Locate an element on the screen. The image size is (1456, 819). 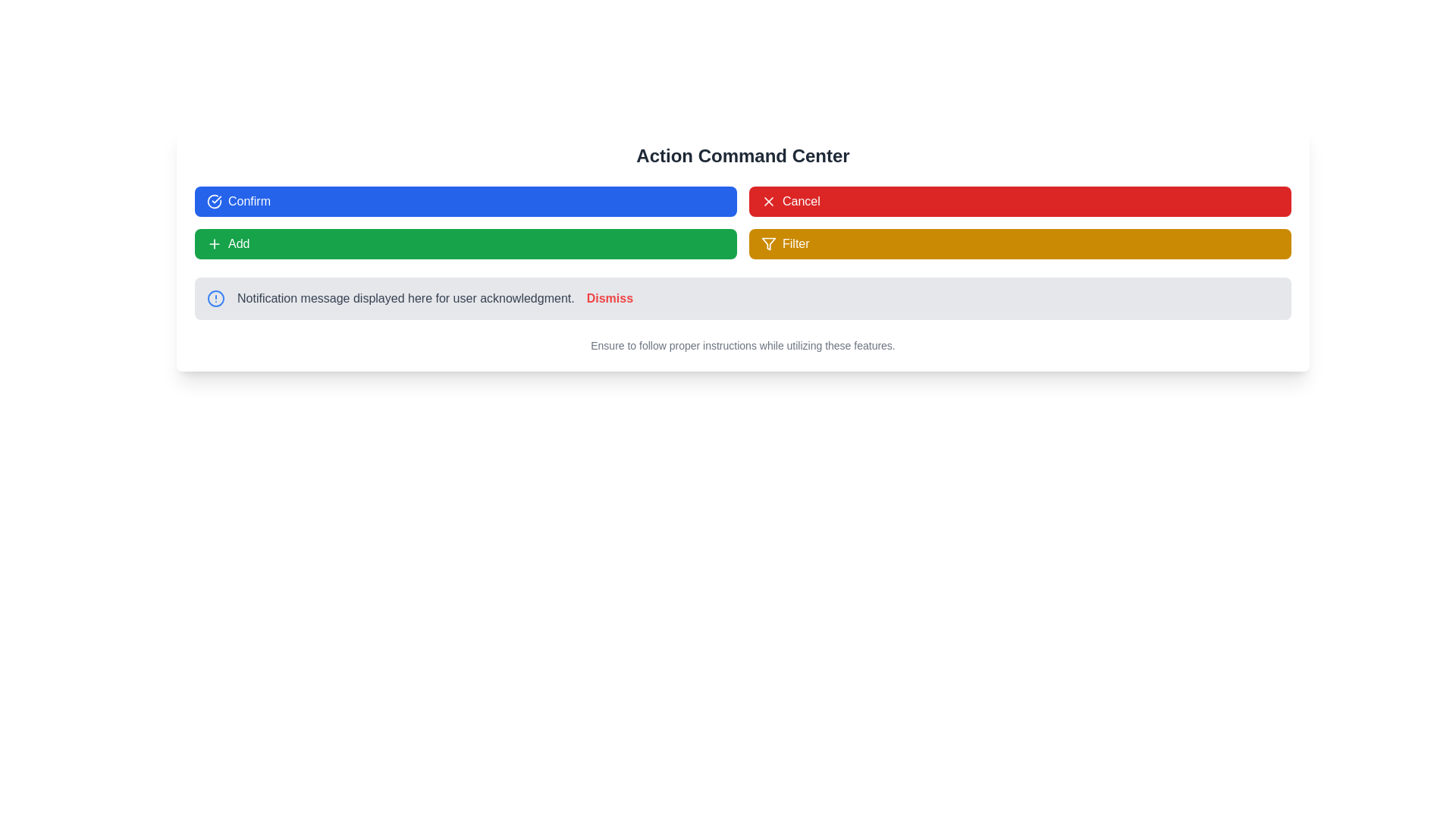
the 'Cancel' button which is a red rectangular button with the label 'Cancel' displayed in white color, located on the right side within a horizontal button bar is located at coordinates (800, 201).